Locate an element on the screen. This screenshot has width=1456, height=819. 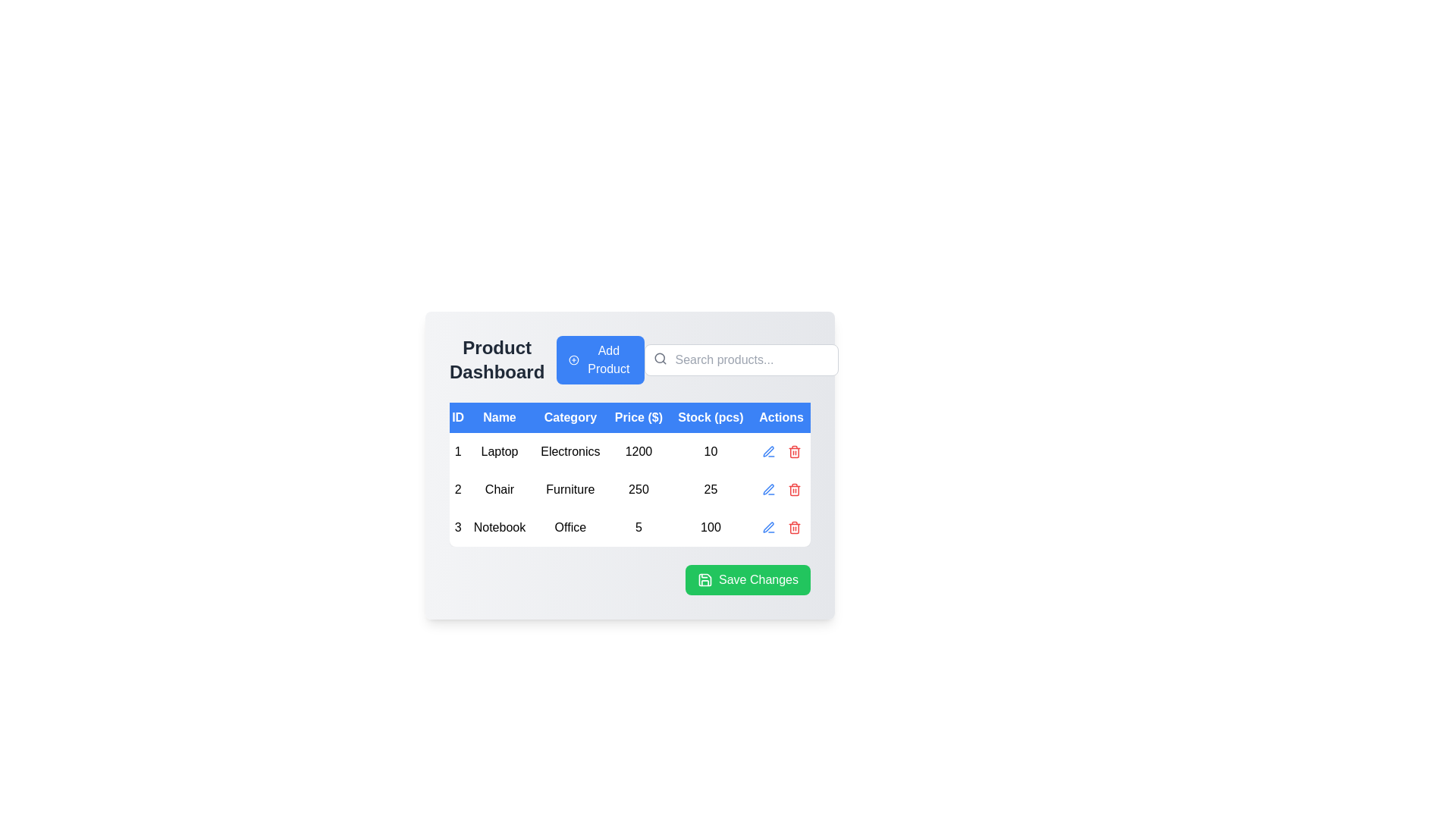
the delete button SVG icon located in the third row under the 'Actions' column of the table is located at coordinates (793, 451).